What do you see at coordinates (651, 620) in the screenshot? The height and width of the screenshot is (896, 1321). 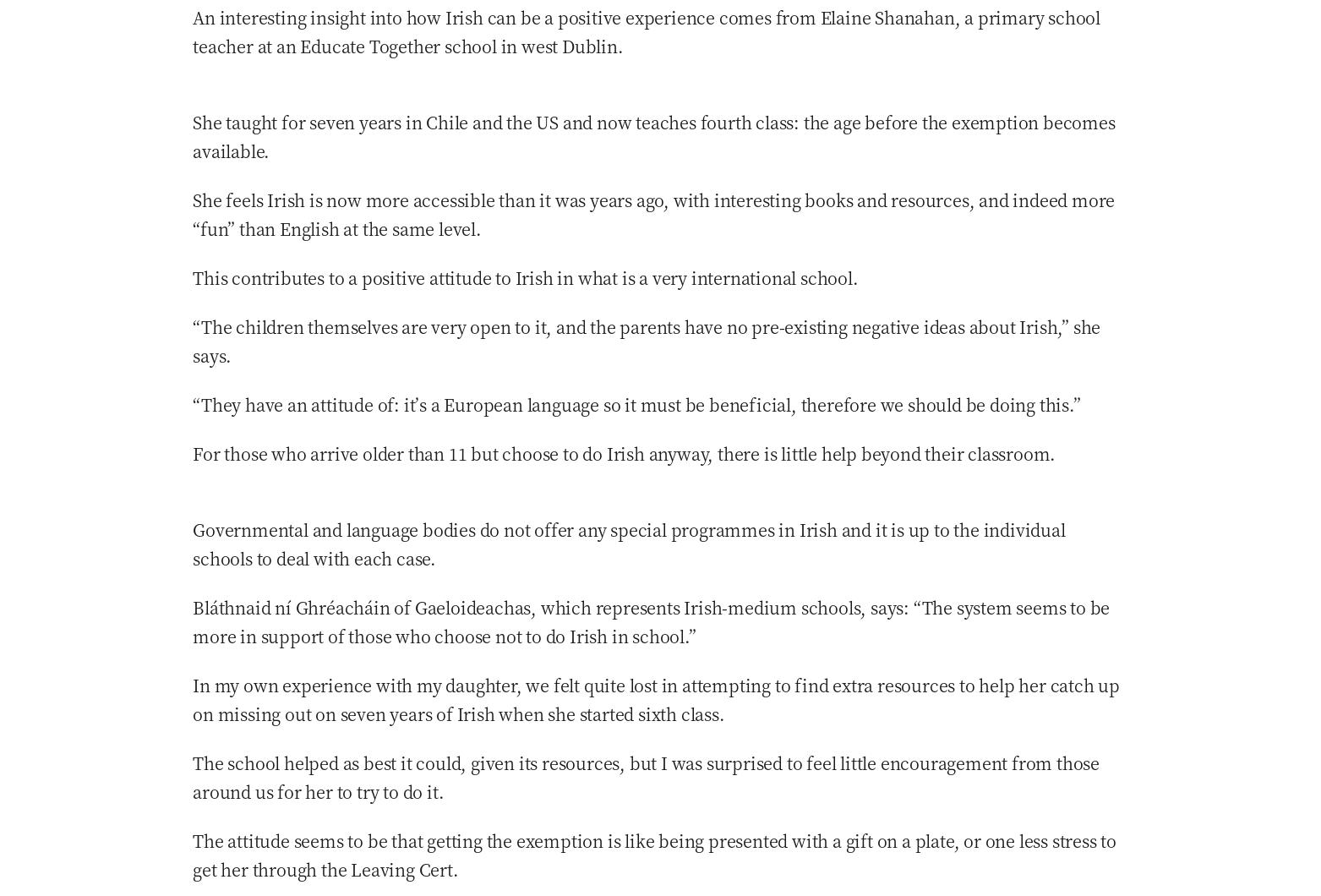 I see `'Bláthnaid ní Ghréacháin of Gaeloideachas, which represents Irish-medium schools, says: “The system seems to be more in support of those who choose not to do Irish in school.”'` at bounding box center [651, 620].